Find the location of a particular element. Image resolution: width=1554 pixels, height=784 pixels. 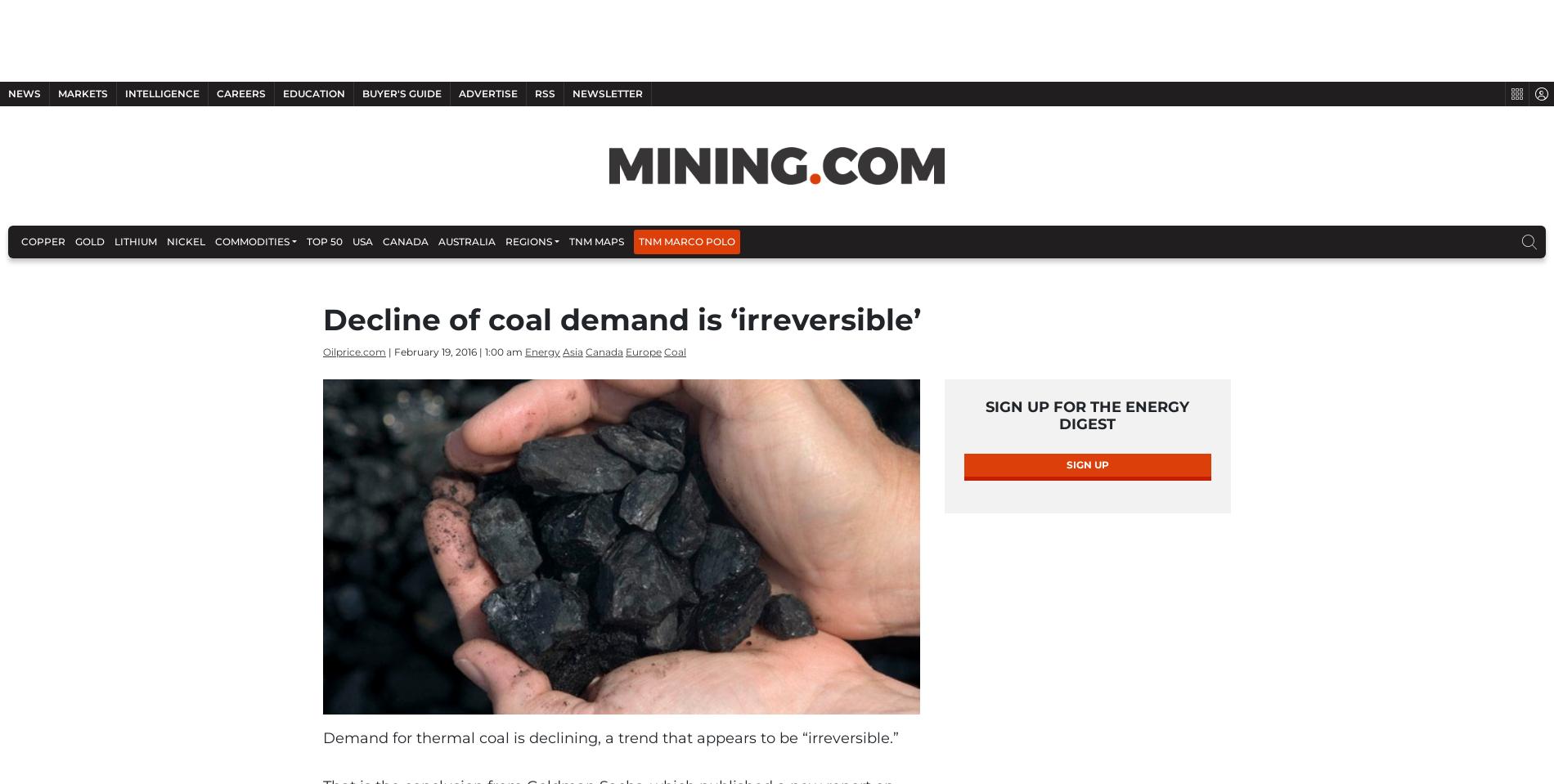

'Decline of coal demand is ‘irreversible’' is located at coordinates (621, 393).